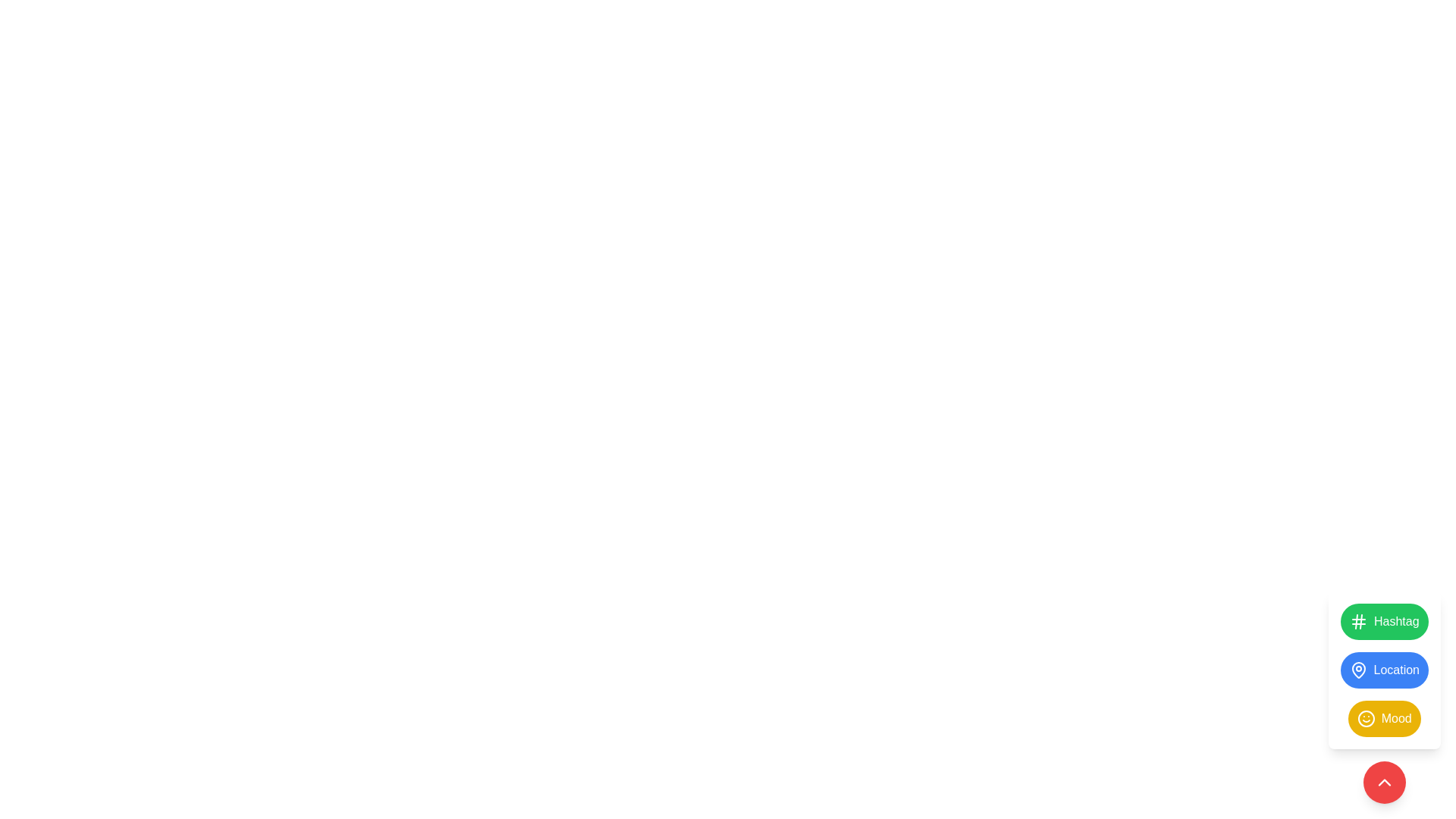 The width and height of the screenshot is (1456, 819). Describe the element at coordinates (1358, 622) in the screenshot. I see `the green circular hashtag icon styled as an SVG graphic` at that location.